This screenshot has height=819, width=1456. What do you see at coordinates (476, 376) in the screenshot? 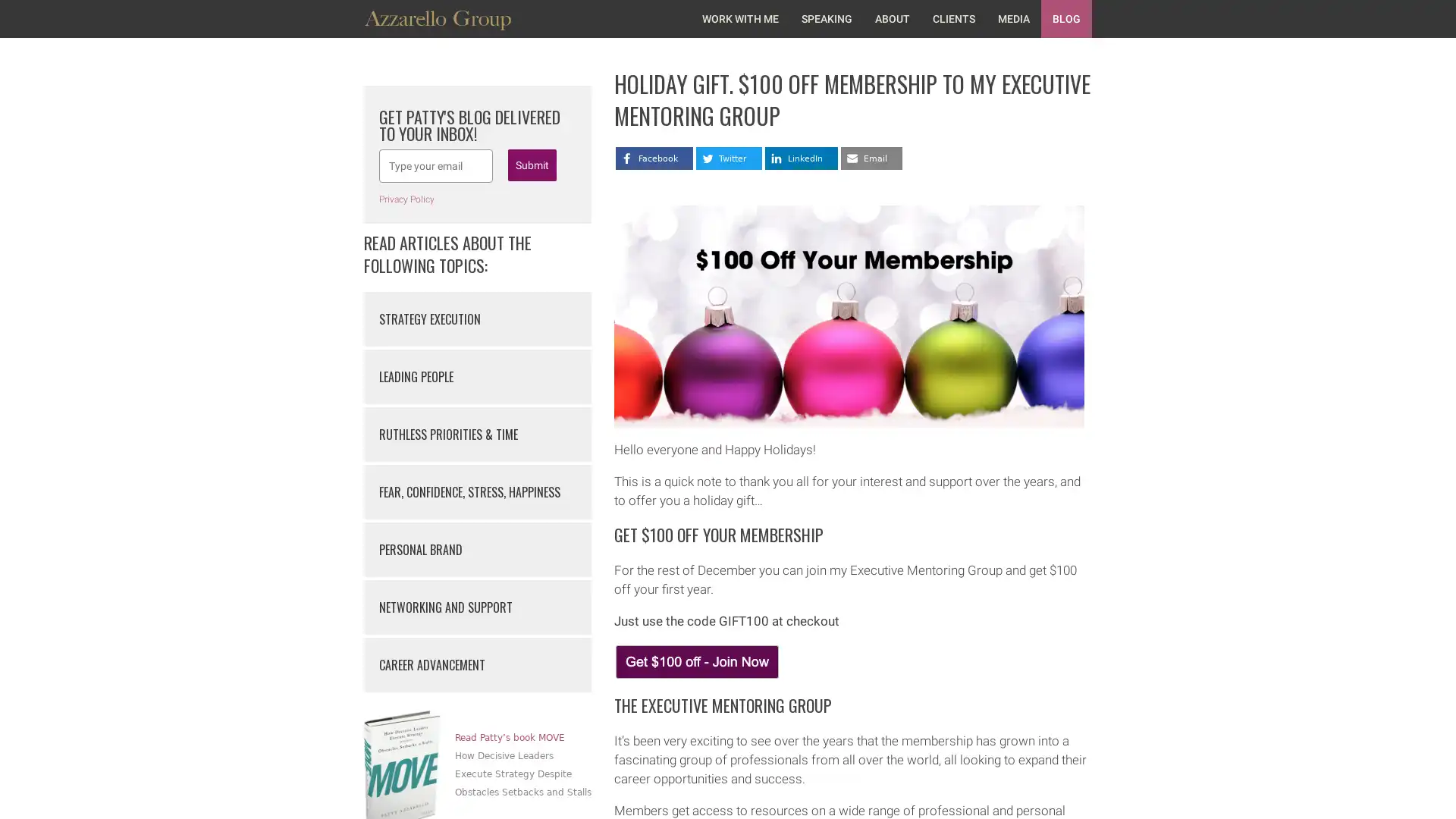
I see `LEADING PEOPLE` at bounding box center [476, 376].